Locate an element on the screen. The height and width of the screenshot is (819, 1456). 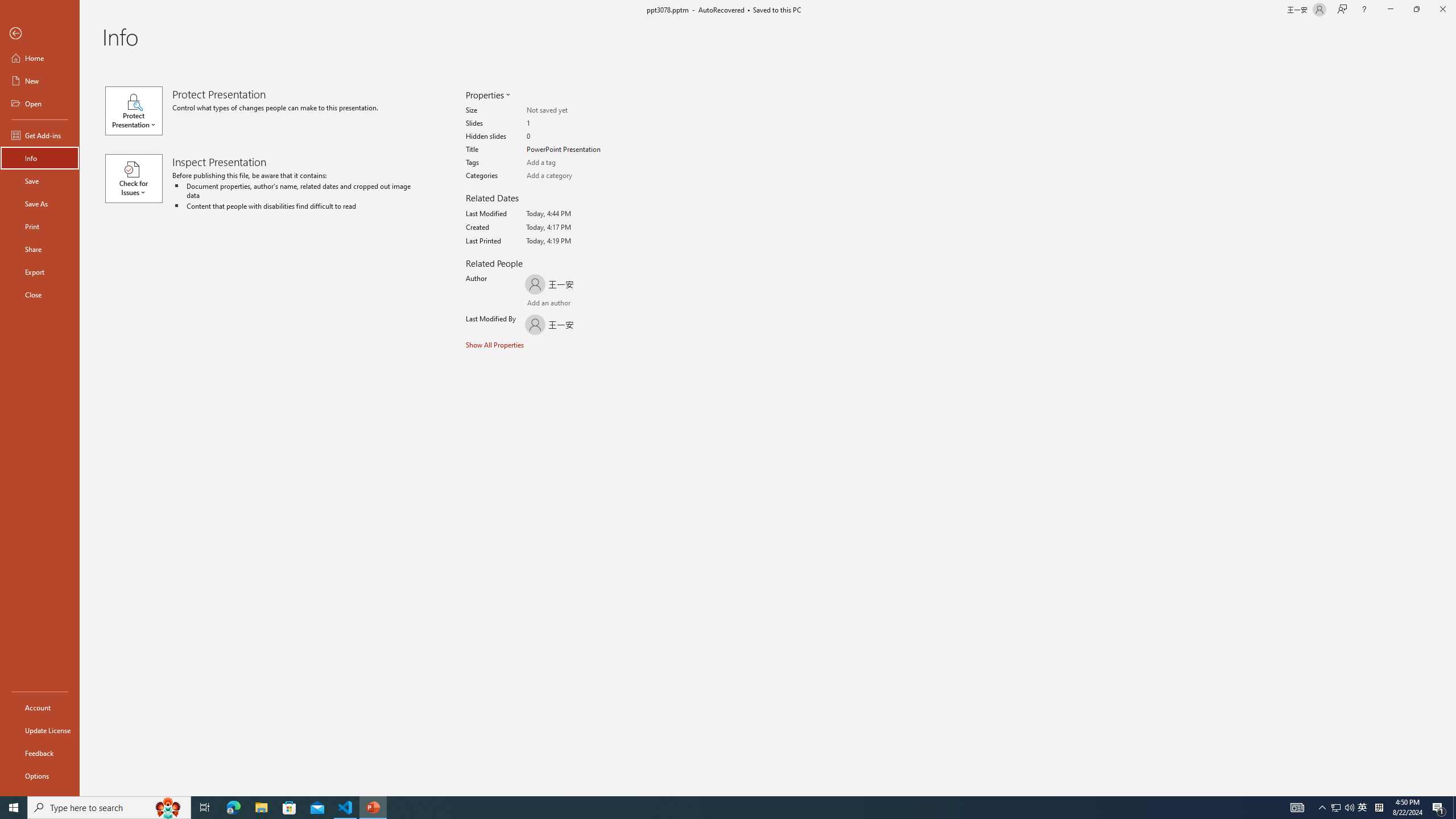
'Title' is located at coordinates (570, 150).